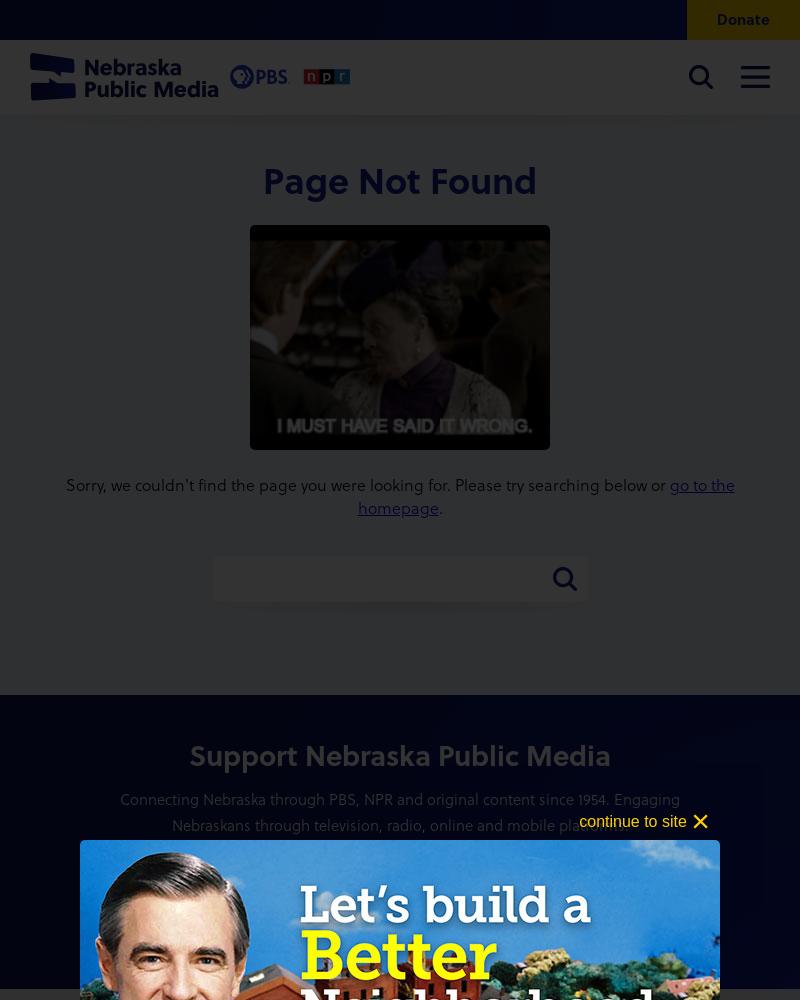 The height and width of the screenshot is (1000, 800). What do you see at coordinates (488, 429) in the screenshot?
I see `'With volunteer fire departments in Nebraska struggling to recruit, could some towns fill those gaps by recruiting more People of Color?'` at bounding box center [488, 429].